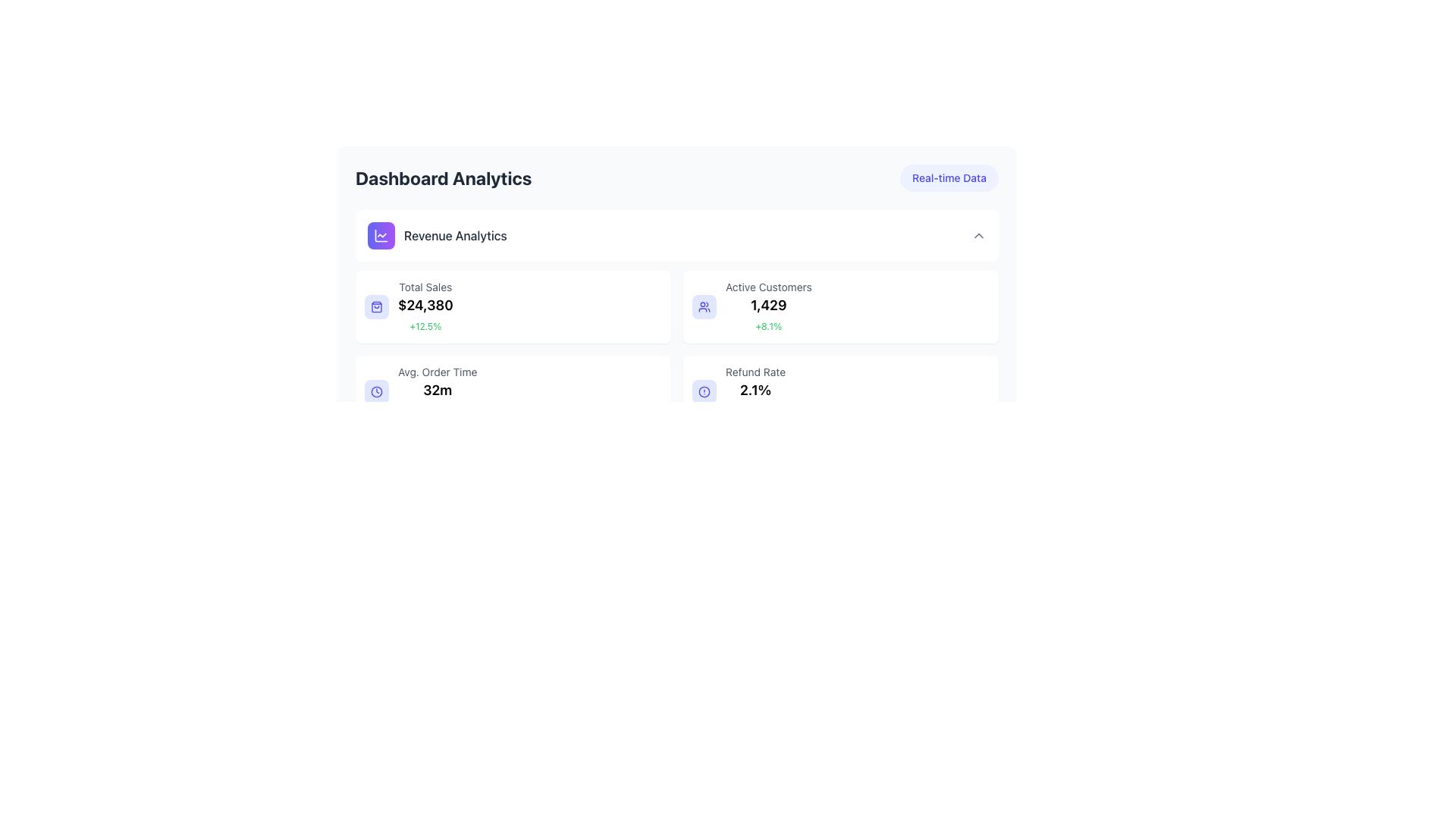 This screenshot has height=819, width=1456. Describe the element at coordinates (704, 391) in the screenshot. I see `the circular icon with a line drawing style located in the lower right corner of the first row of data tiles within the 'Dashboard Analytics' section, specifically within the tile labeled 'Refund Rate 2.1%'` at that location.